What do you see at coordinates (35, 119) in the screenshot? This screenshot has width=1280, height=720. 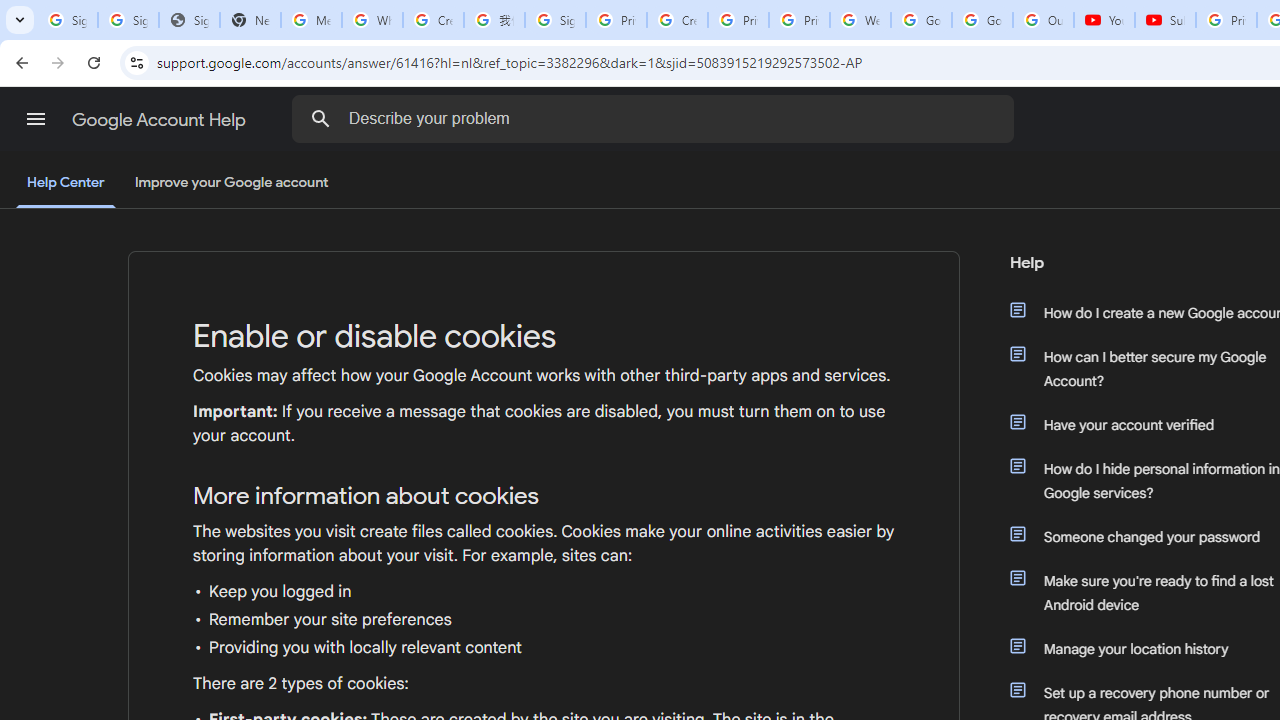 I see `'Main menu'` at bounding box center [35, 119].